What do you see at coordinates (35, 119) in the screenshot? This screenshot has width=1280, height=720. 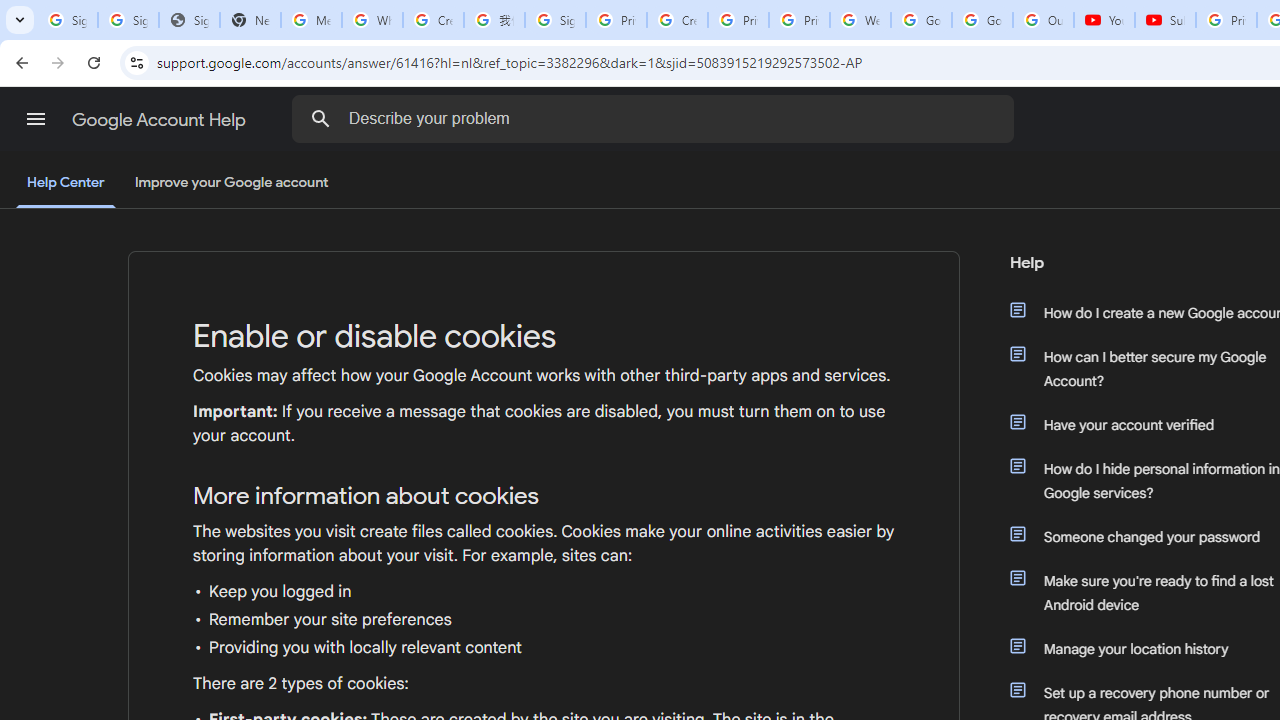 I see `'Main menu'` at bounding box center [35, 119].